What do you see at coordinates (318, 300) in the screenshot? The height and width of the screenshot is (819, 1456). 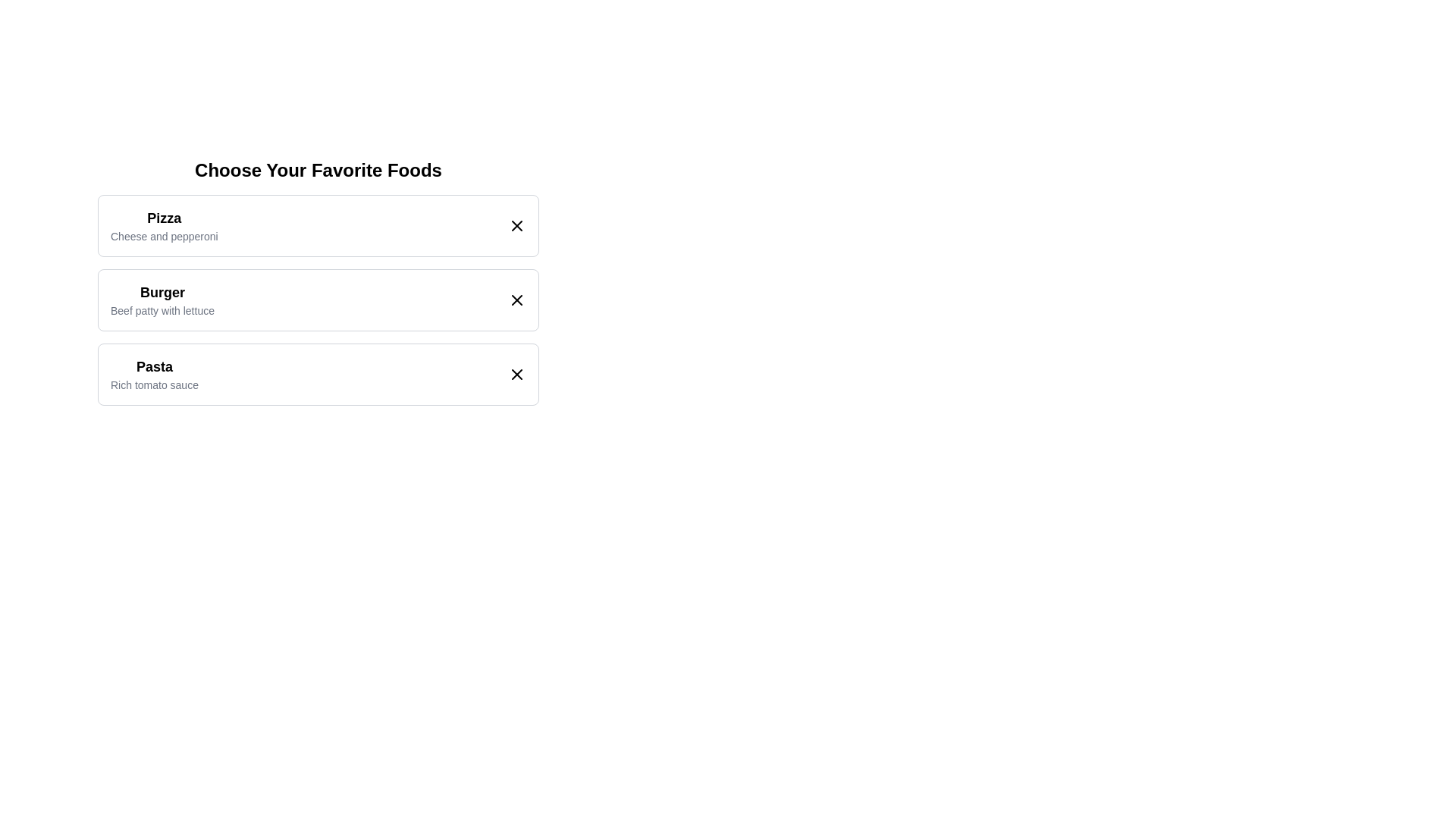 I see `the 'Burger' menu item, which displays 'Beef patty with lettuce', located as the second item in the list under 'Choose Your Favorite Foods'` at bounding box center [318, 300].